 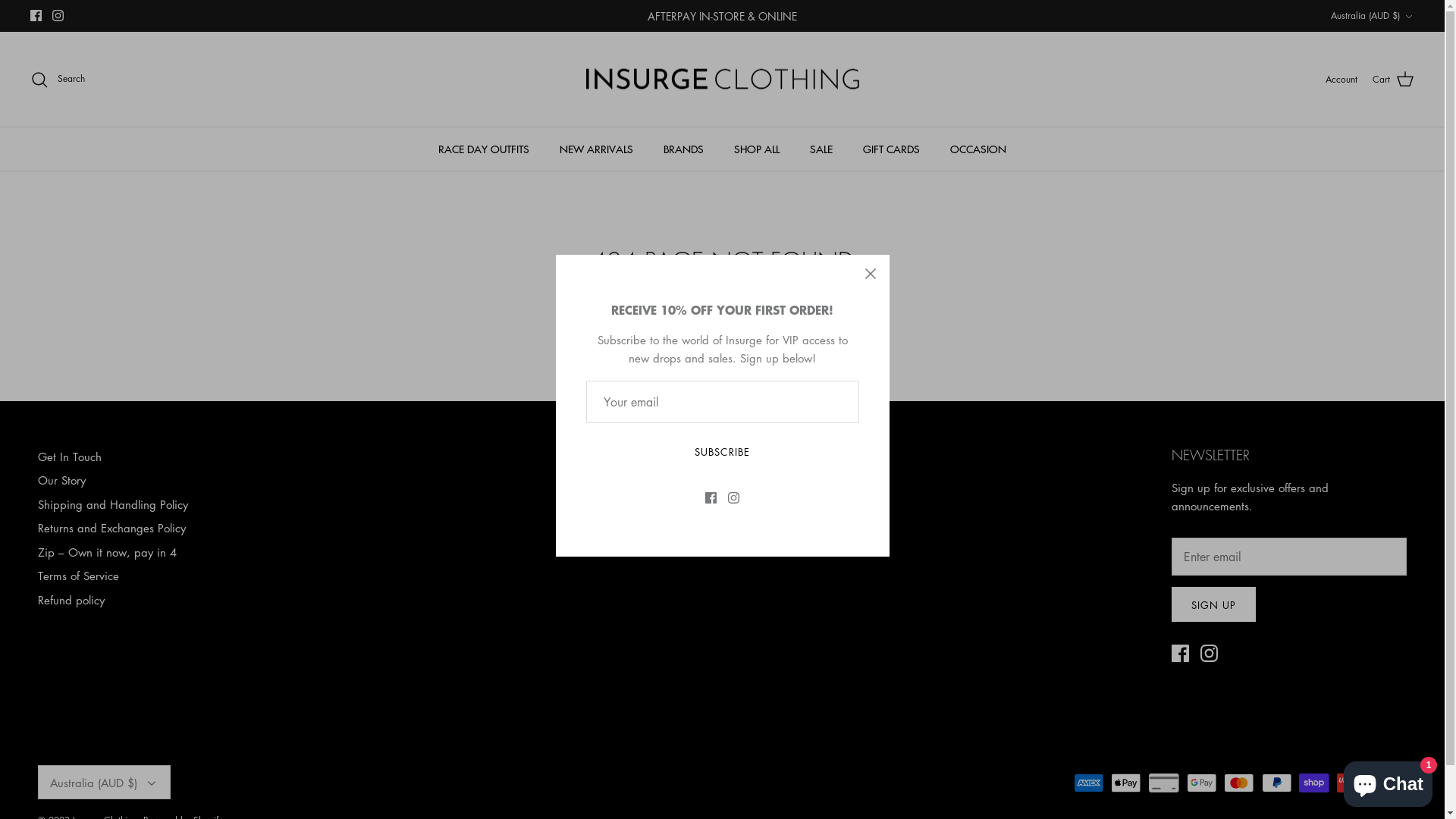 What do you see at coordinates (721, 79) in the screenshot?
I see `'Insurge Clothing'` at bounding box center [721, 79].